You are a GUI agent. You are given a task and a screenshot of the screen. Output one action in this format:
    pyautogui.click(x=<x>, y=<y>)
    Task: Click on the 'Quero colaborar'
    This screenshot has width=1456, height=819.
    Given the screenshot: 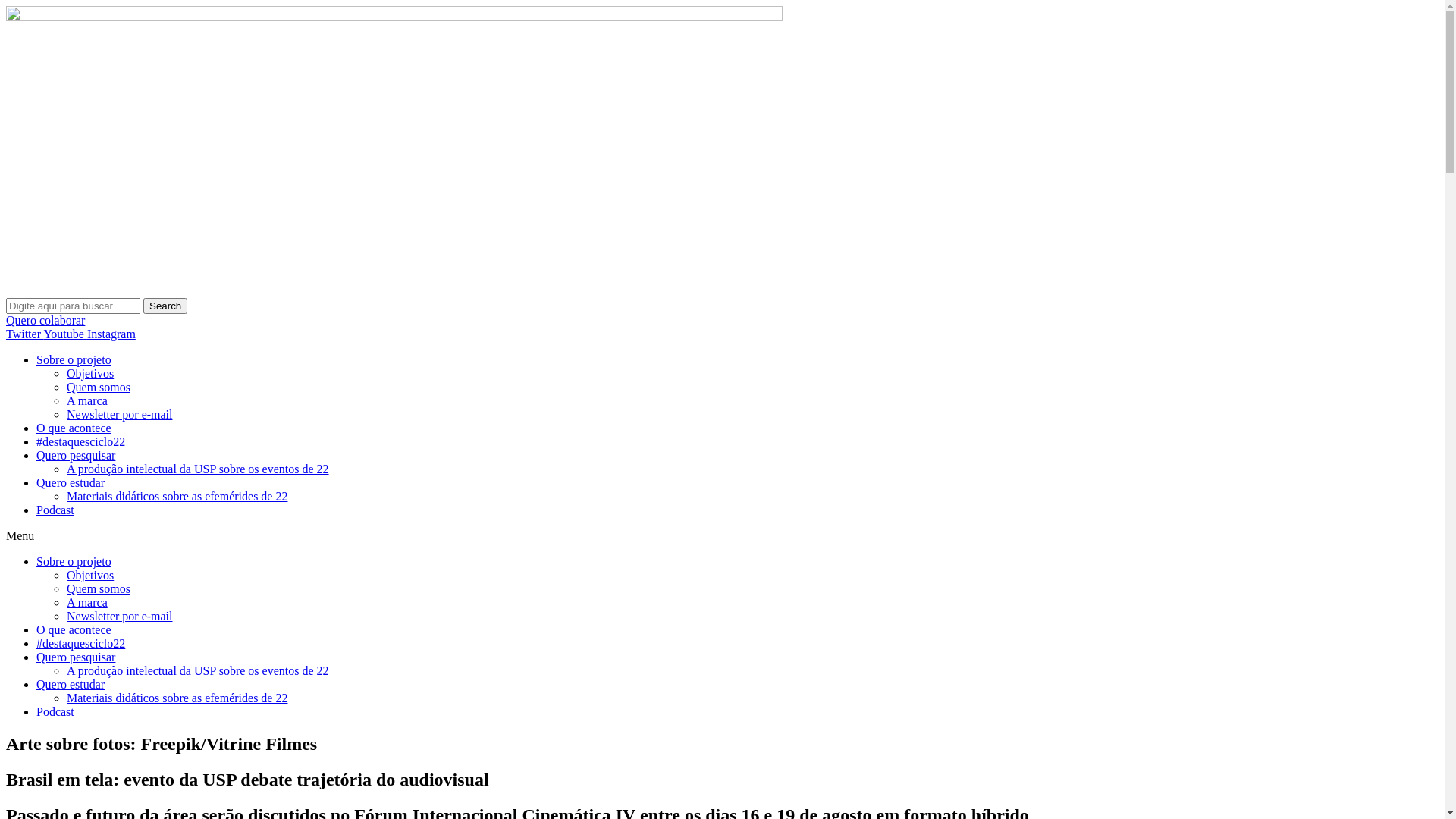 What is the action you would take?
    pyautogui.click(x=45, y=319)
    